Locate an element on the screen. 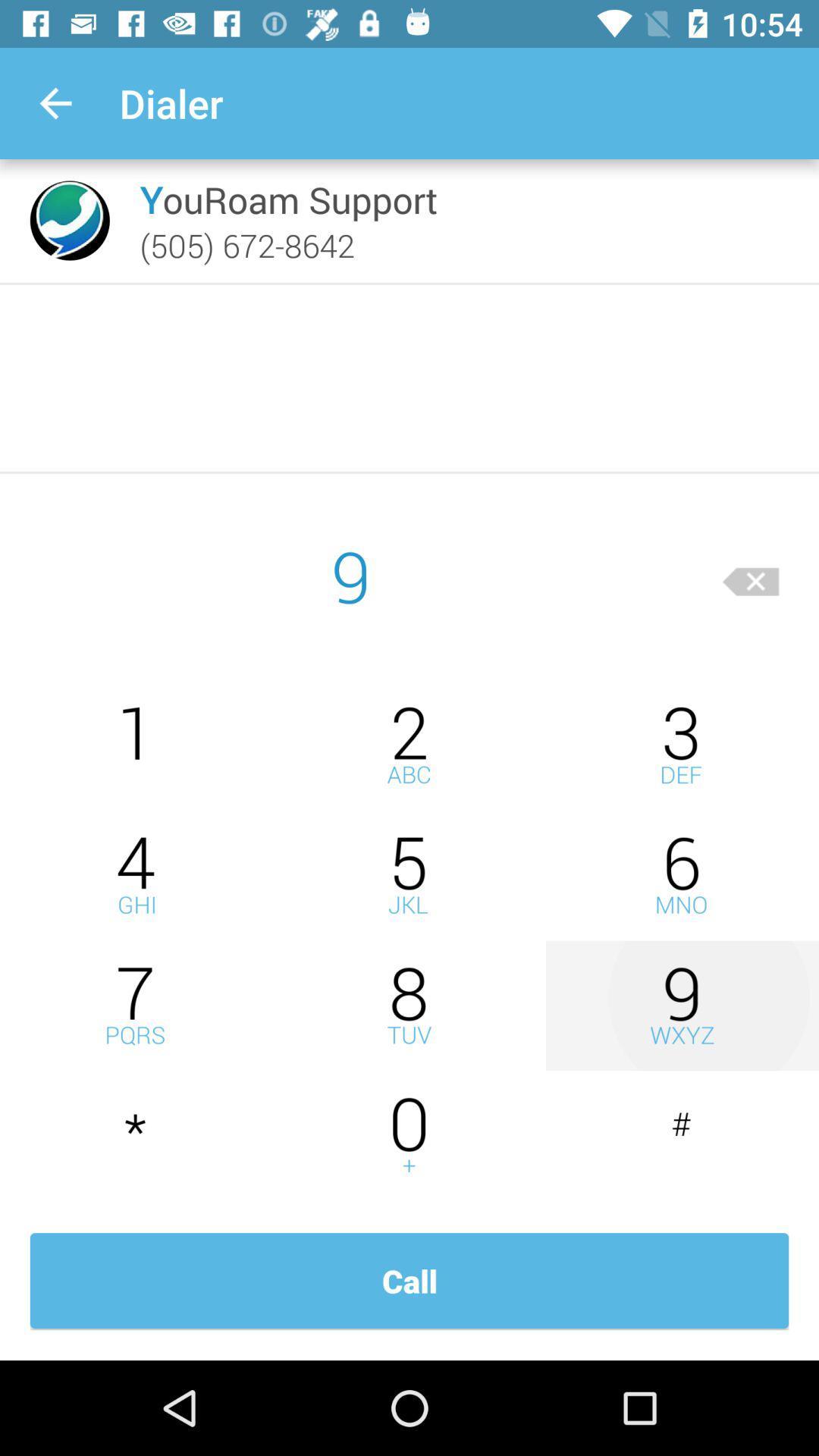 Image resolution: width=819 pixels, height=1456 pixels. number nine on keyboard is located at coordinates (681, 1006).